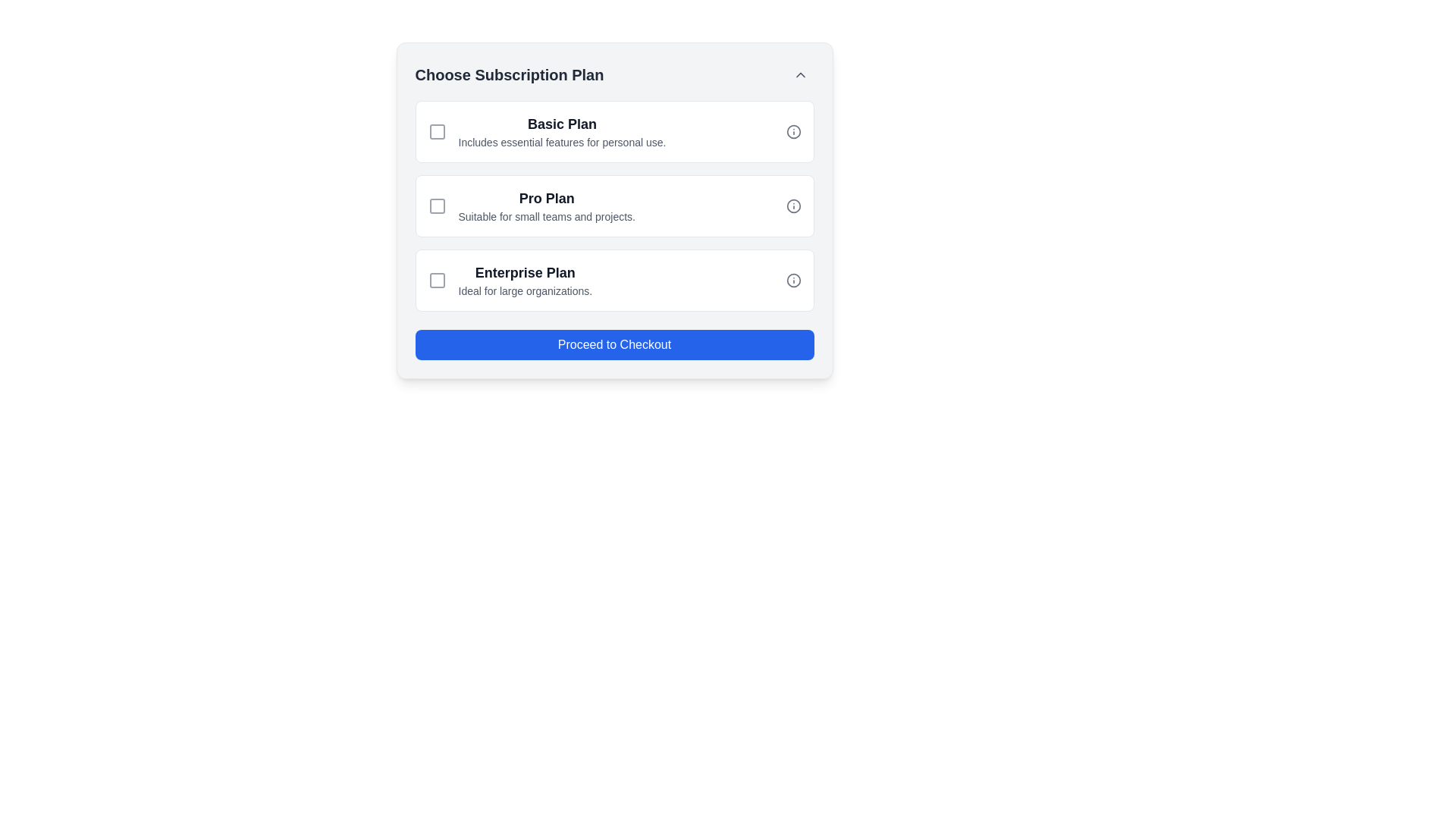  I want to click on the Information Icon located at the far right of the 'Enterprise Plan' section under the 'Choose Subscription Plan' heading, so click(792, 281).